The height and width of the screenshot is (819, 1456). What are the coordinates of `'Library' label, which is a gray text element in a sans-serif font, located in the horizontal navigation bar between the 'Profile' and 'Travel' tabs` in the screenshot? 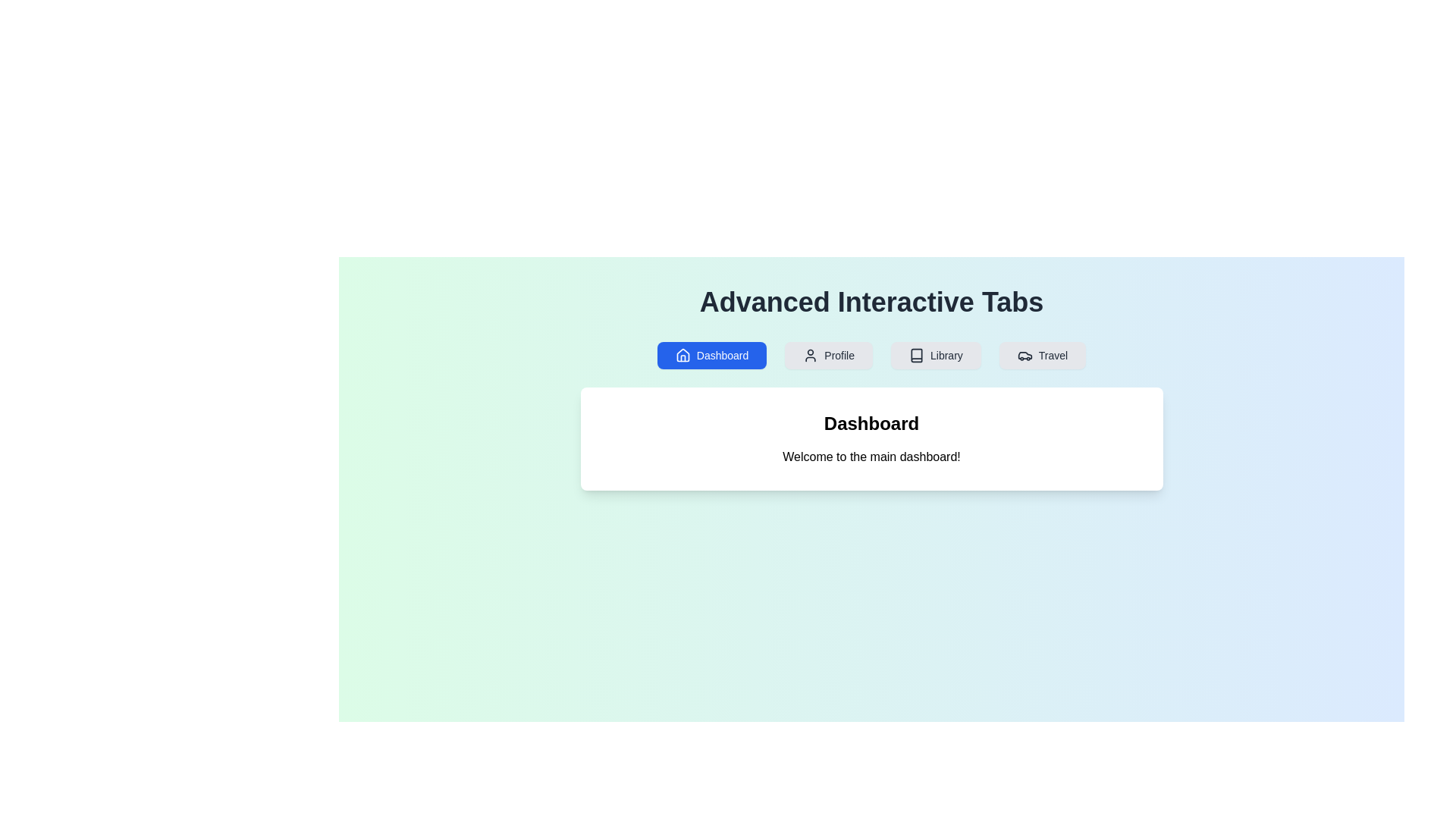 It's located at (946, 356).